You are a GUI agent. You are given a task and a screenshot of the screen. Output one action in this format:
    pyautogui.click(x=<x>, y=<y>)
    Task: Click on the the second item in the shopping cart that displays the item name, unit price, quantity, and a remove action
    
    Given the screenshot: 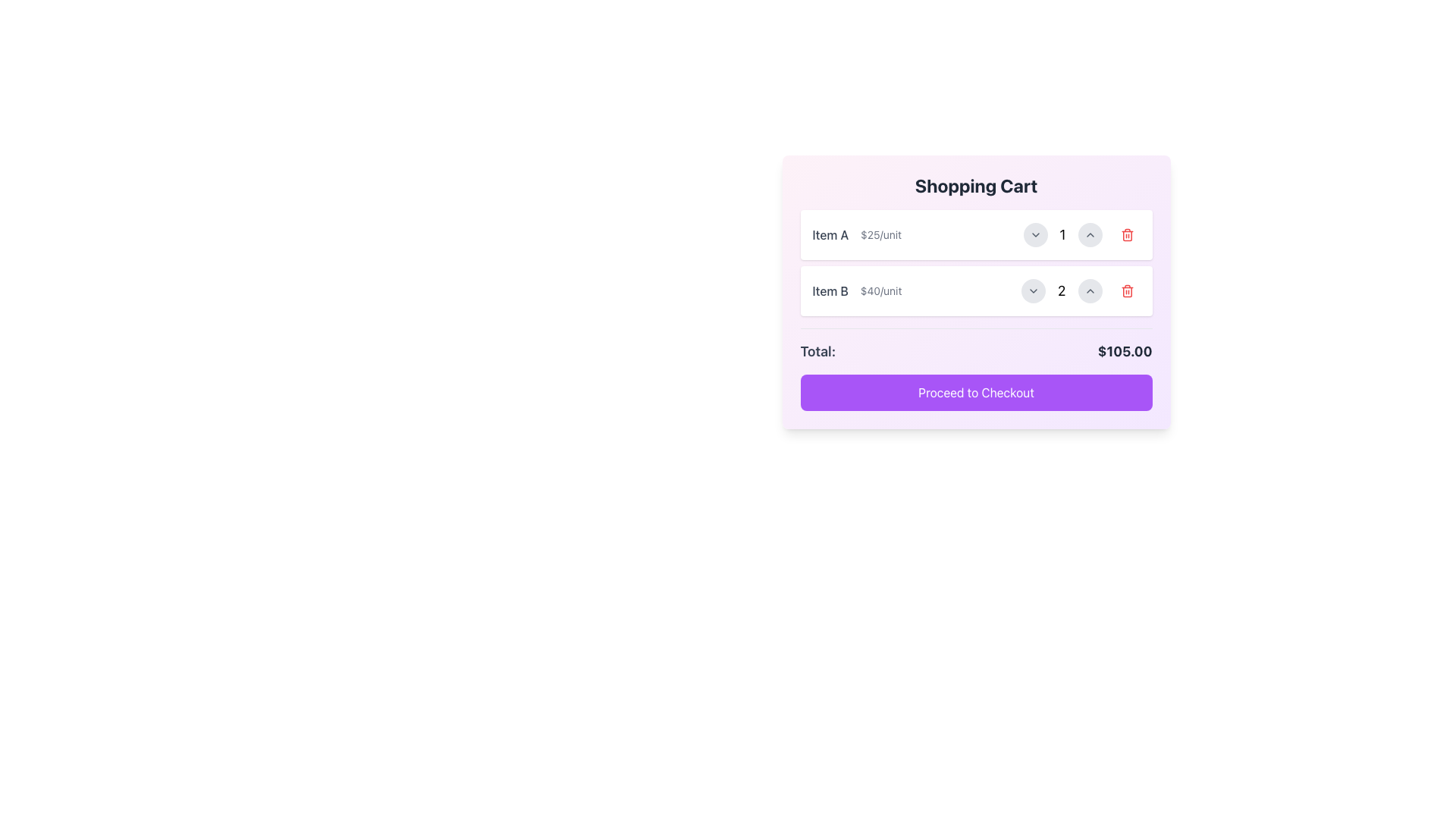 What is the action you would take?
    pyautogui.click(x=976, y=291)
    